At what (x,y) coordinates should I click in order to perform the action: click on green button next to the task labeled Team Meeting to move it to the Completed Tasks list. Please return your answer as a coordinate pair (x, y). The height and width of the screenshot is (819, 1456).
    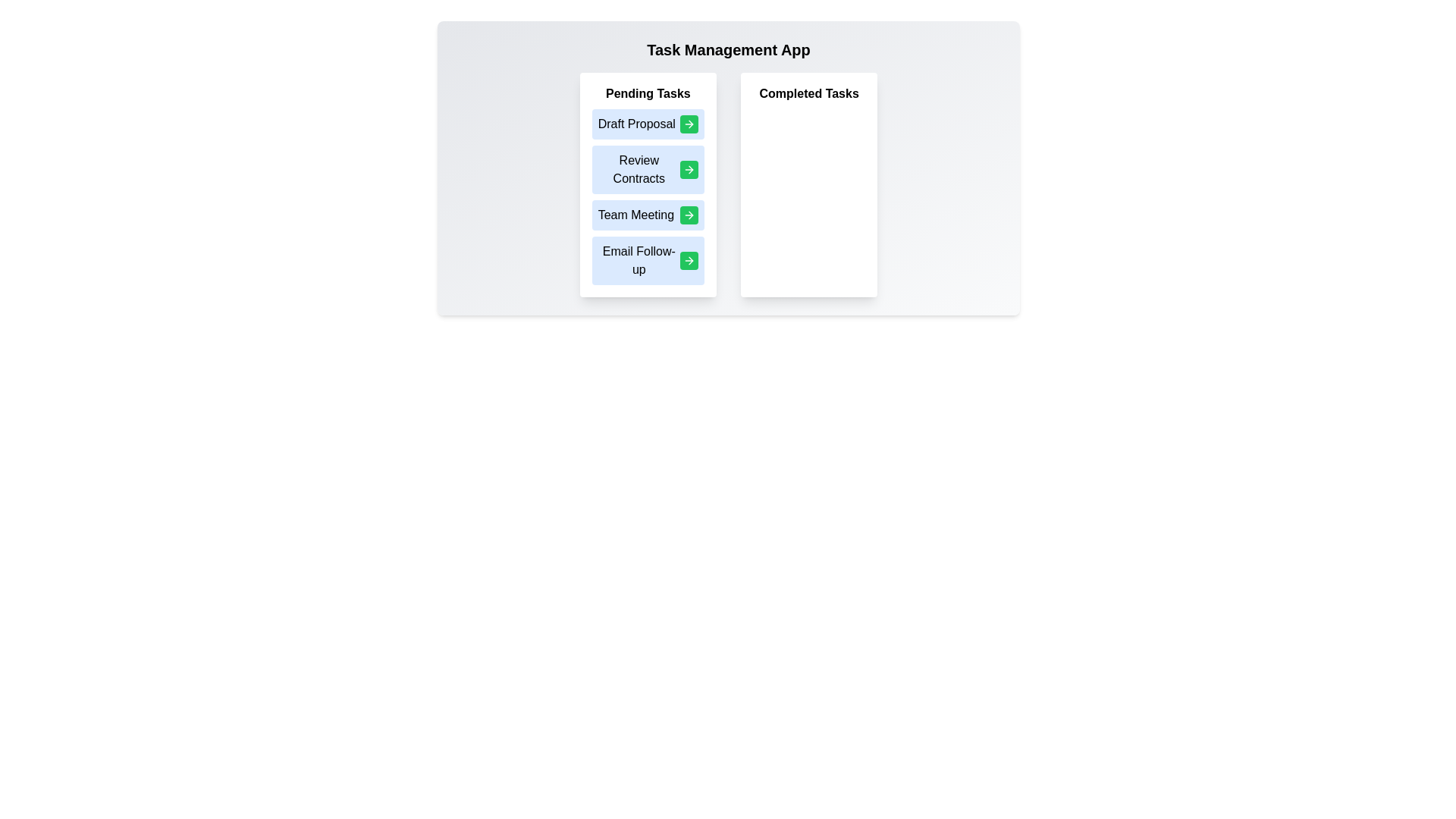
    Looking at the image, I should click on (688, 215).